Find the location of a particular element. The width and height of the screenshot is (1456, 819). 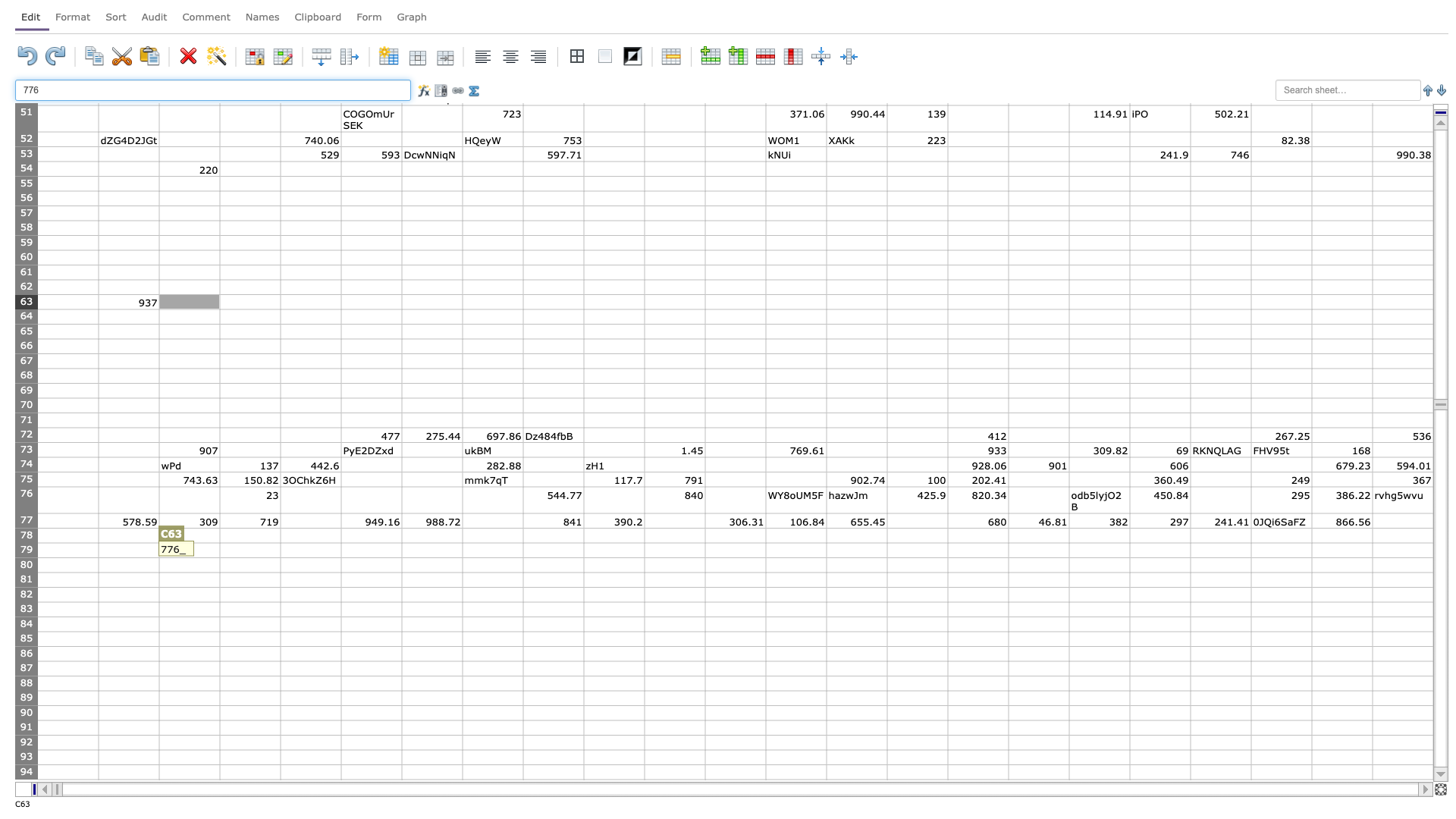

top left corner of D79 is located at coordinates (218, 542).